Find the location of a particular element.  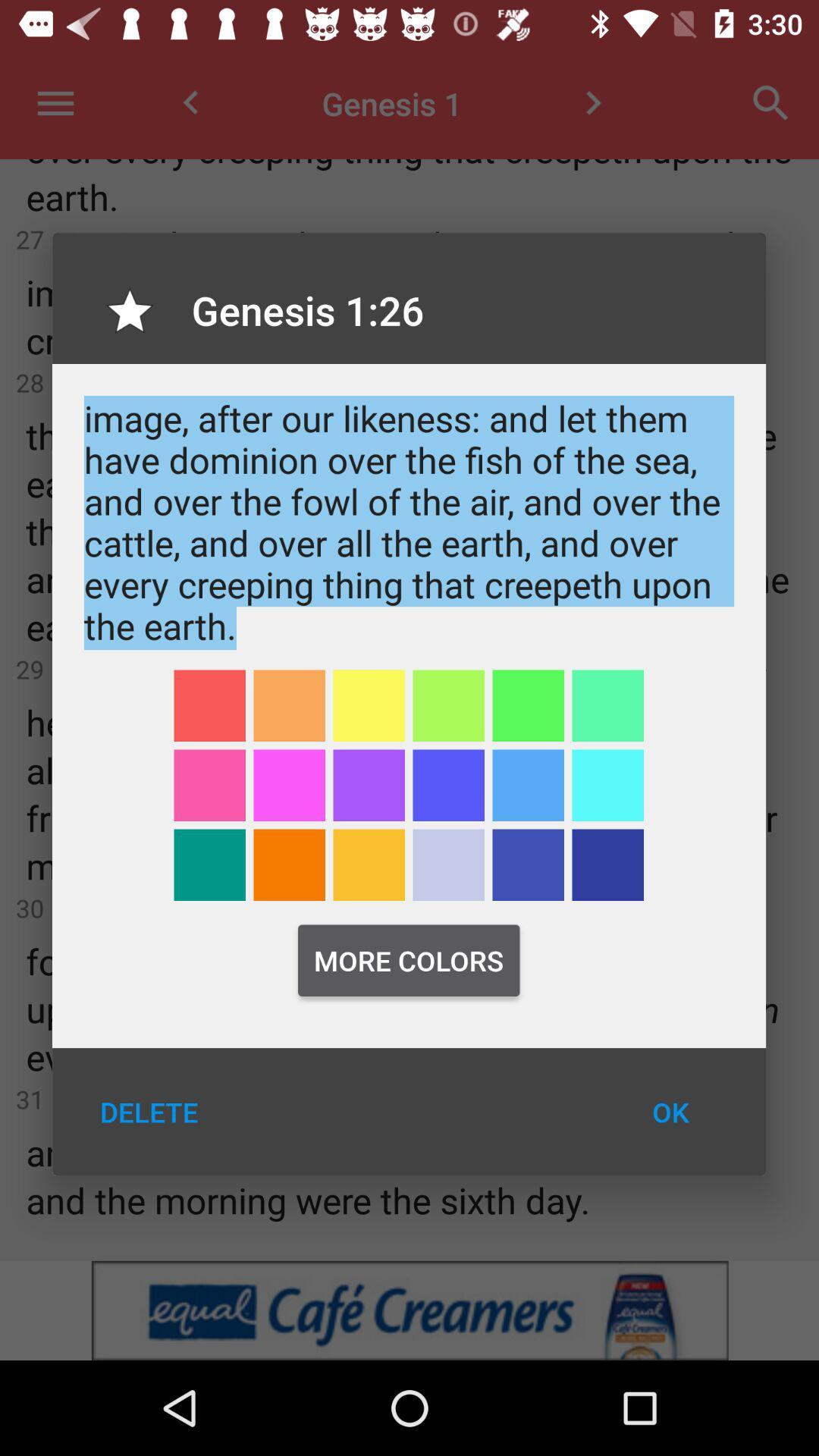

choose highlight color is located at coordinates (607, 785).